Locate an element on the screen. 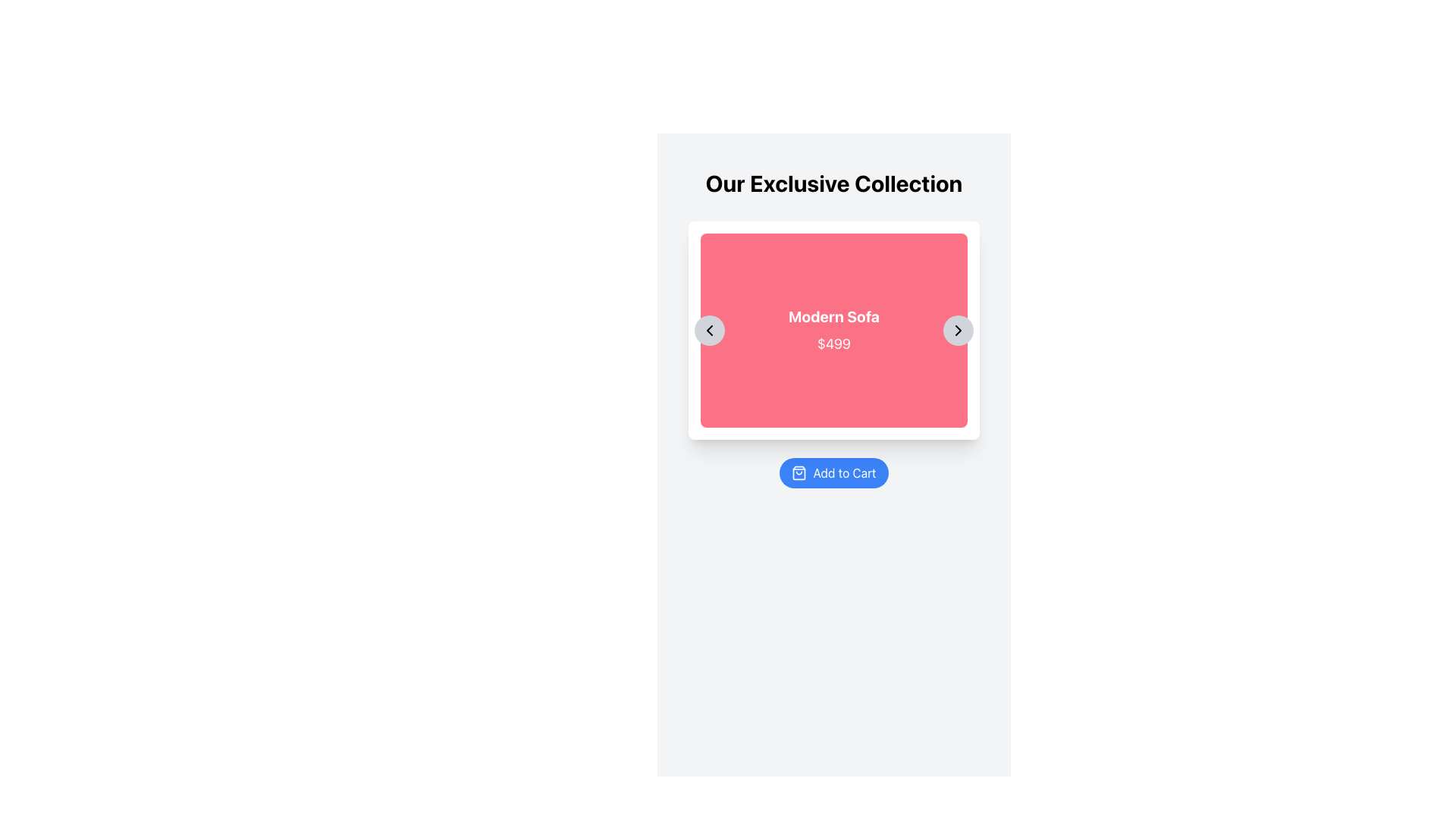 The height and width of the screenshot is (819, 1456). the text label reading 'Modern Sofa', which is styled with bold, large, and white font on a pink background, located at the upper part of the product card is located at coordinates (833, 315).